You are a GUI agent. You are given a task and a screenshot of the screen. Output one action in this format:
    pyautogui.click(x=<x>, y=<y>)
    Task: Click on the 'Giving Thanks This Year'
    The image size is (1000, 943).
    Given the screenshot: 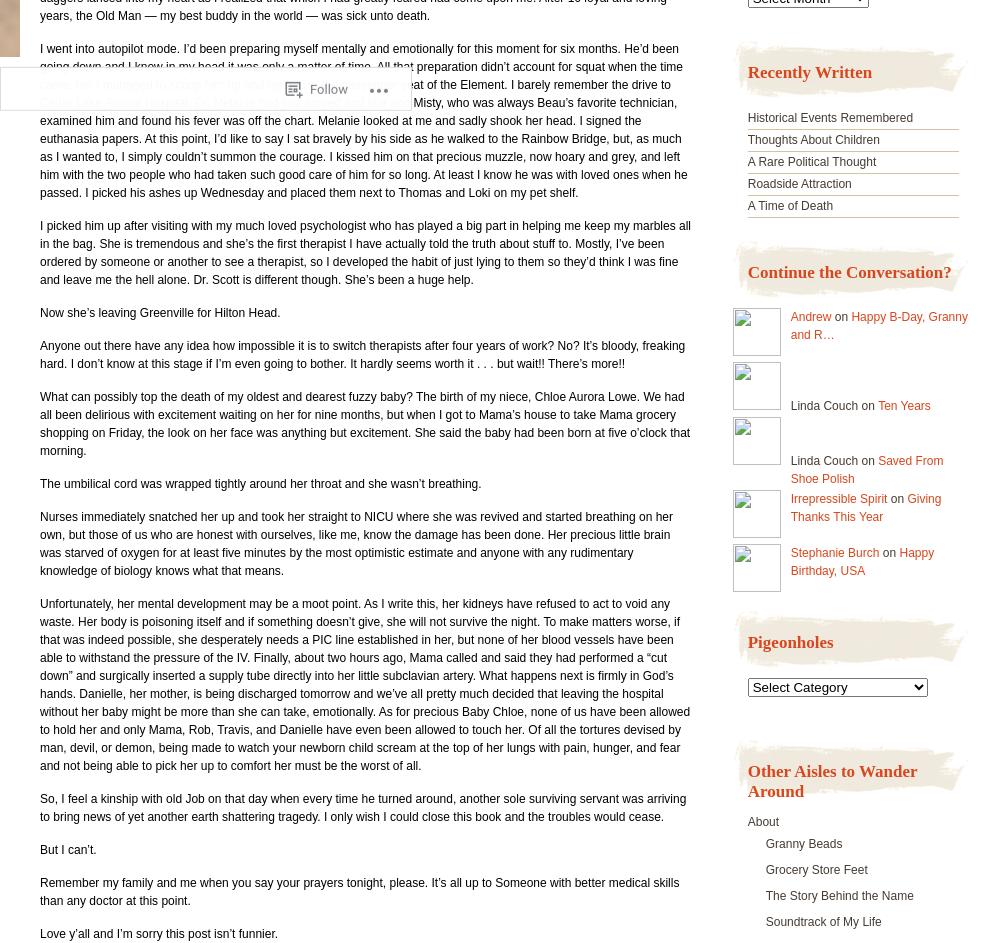 What is the action you would take?
    pyautogui.click(x=864, y=506)
    